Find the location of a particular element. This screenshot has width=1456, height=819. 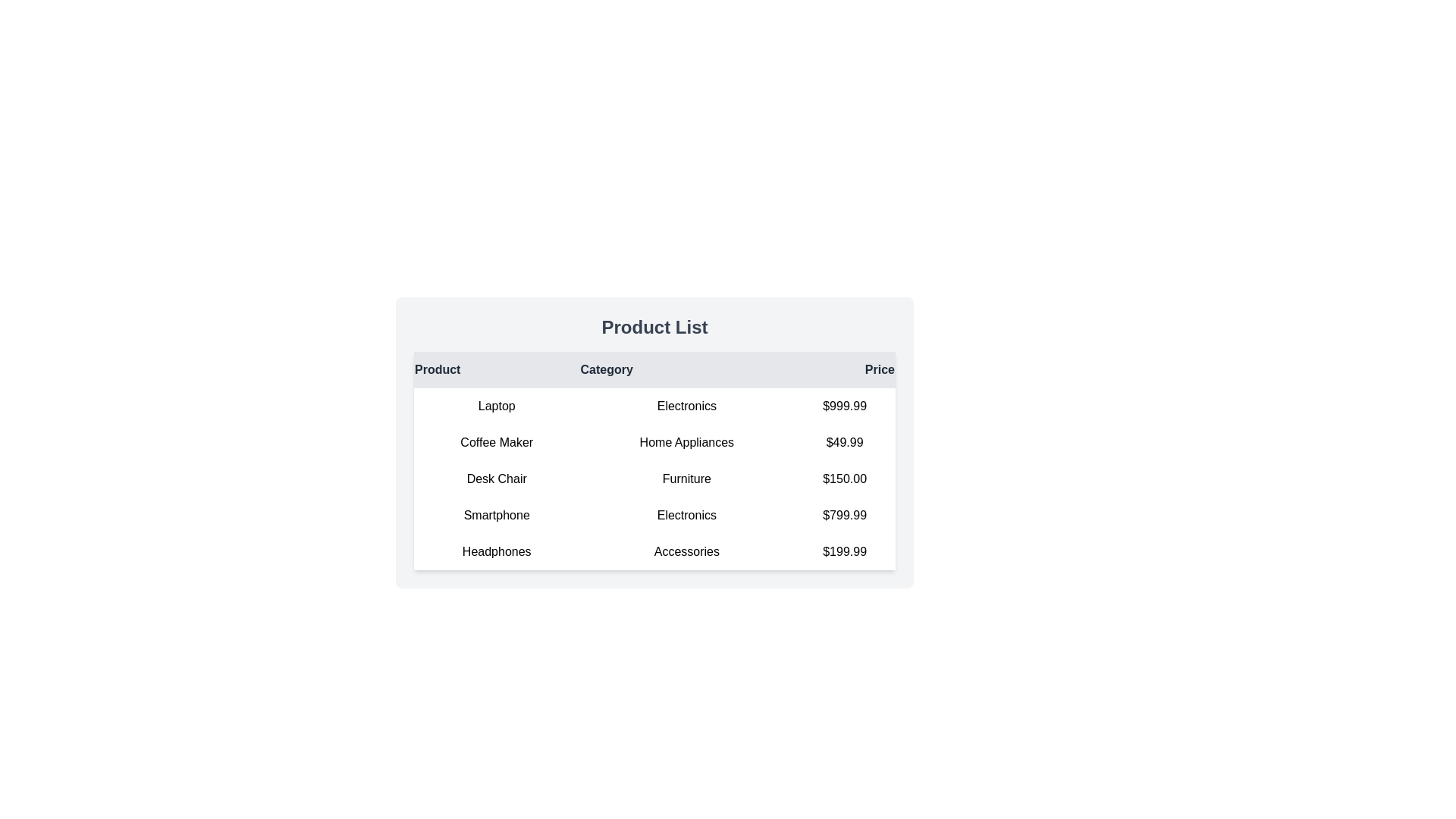

the fourth row of the product list, which displays the label 'Smartphone', category 'Electronics', and price '$799.99' is located at coordinates (654, 514).